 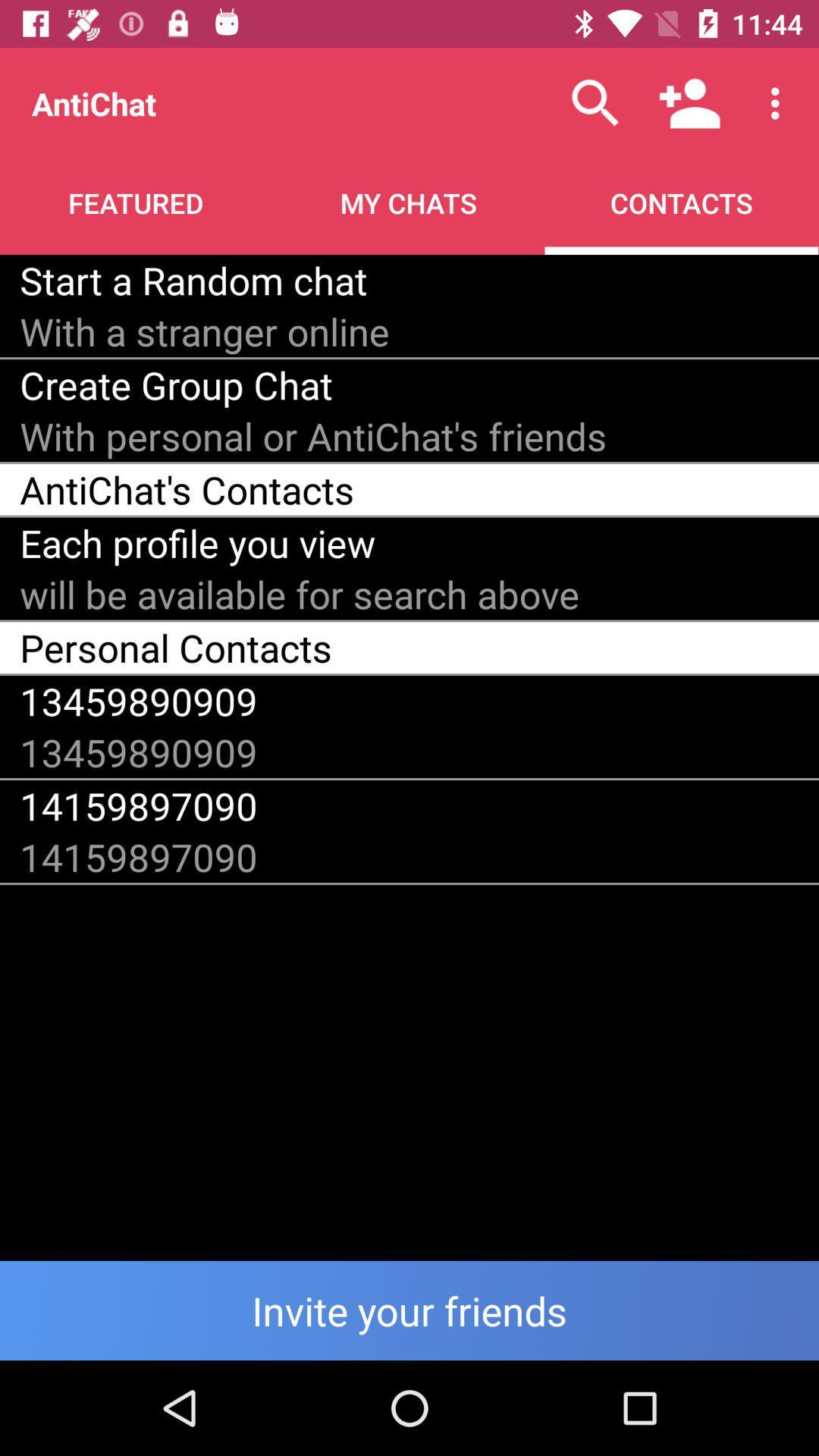 I want to click on start a random icon, so click(x=193, y=280).